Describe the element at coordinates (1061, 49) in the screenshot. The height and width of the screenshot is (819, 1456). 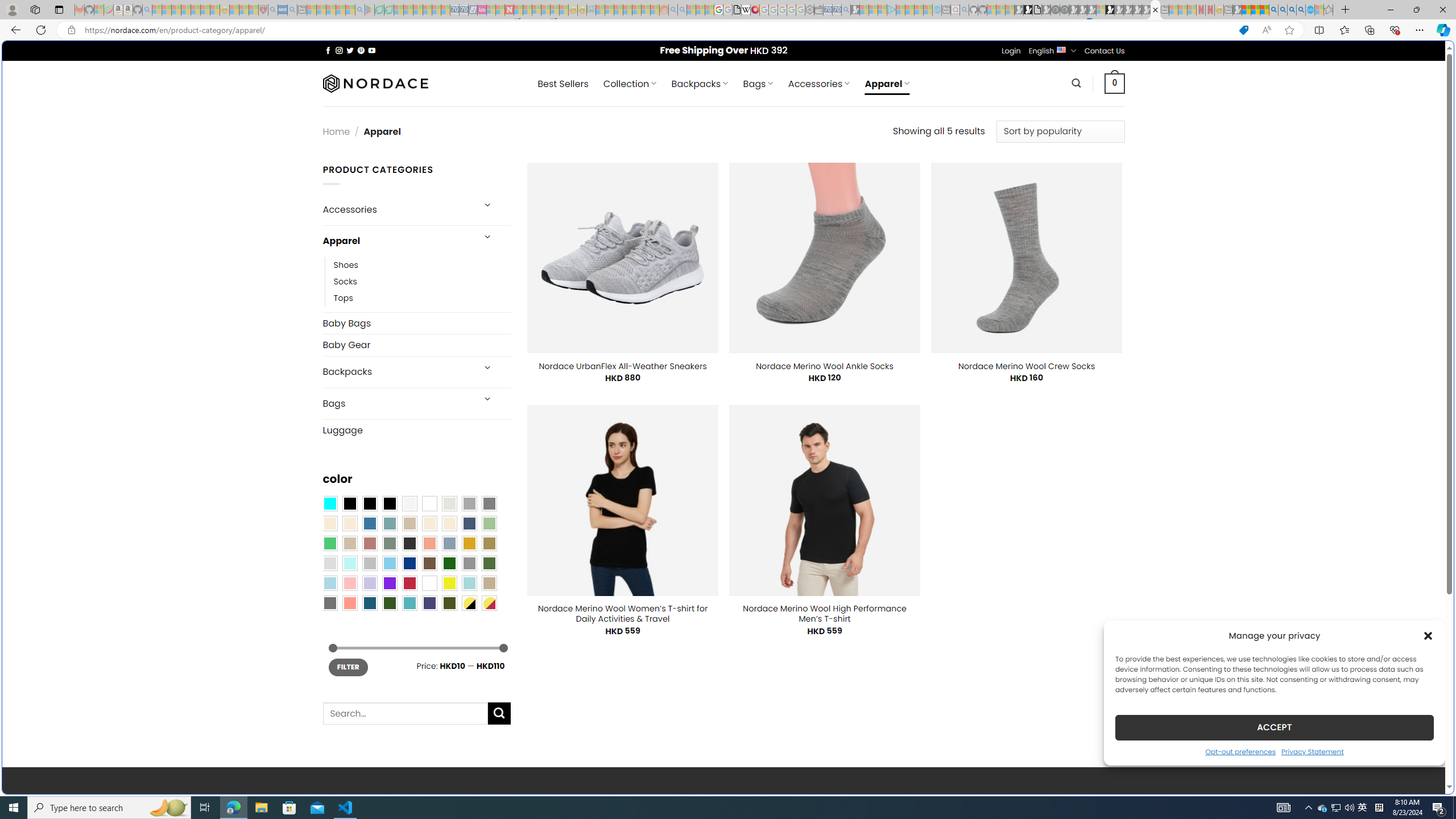
I see `'English'` at that location.